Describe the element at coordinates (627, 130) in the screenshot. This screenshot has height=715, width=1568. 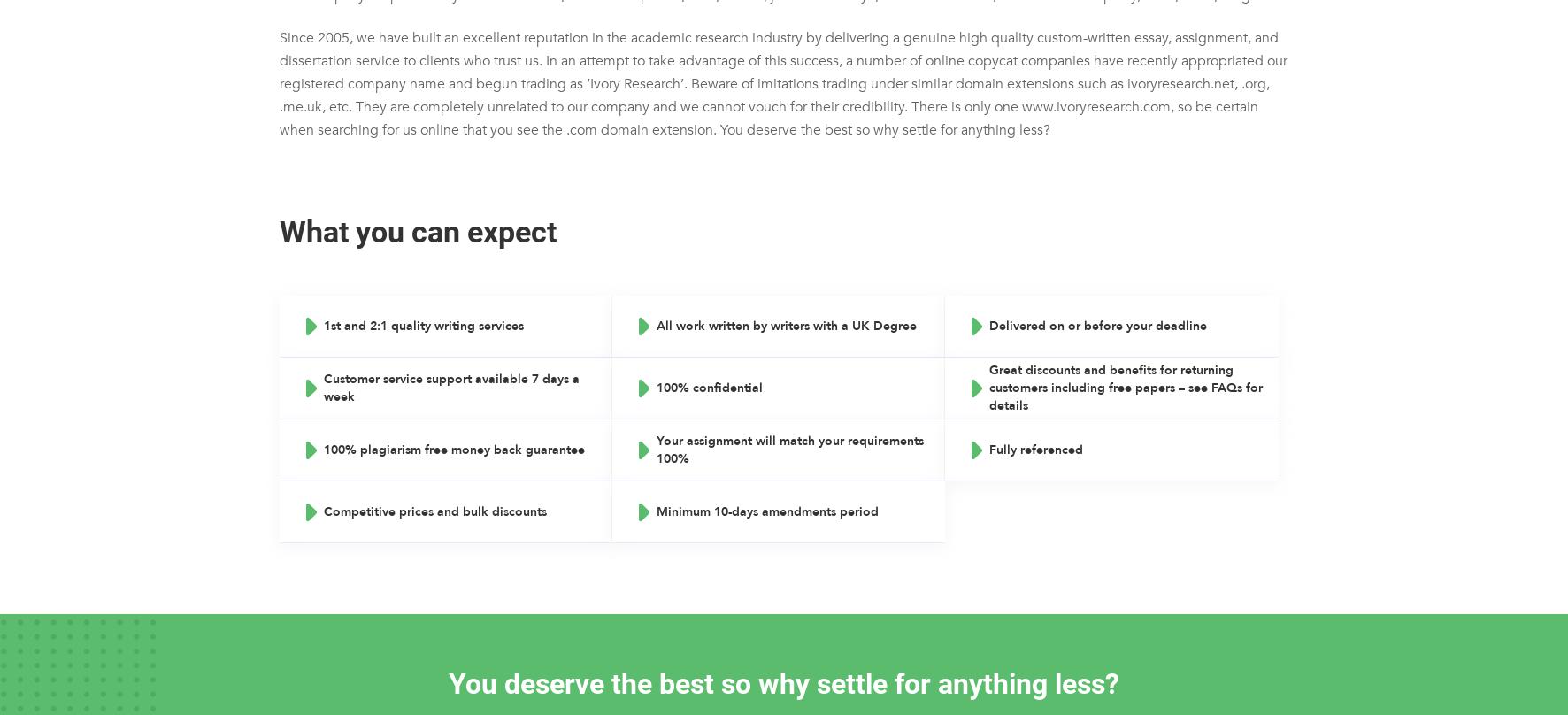
I see `'CV Writing'` at that location.